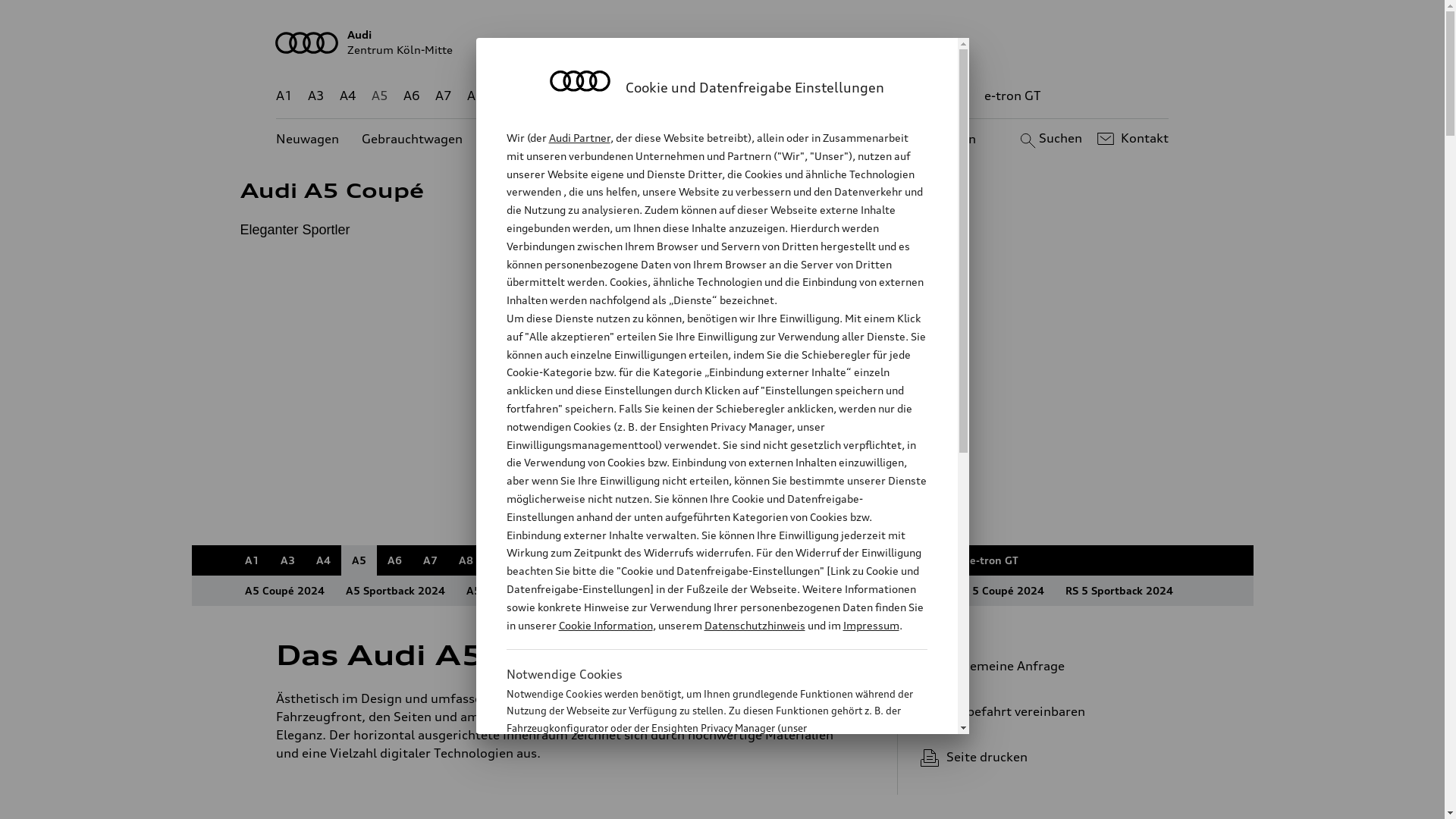 The height and width of the screenshot is (819, 1456). Describe the element at coordinates (540, 96) in the screenshot. I see `'Q3'` at that location.